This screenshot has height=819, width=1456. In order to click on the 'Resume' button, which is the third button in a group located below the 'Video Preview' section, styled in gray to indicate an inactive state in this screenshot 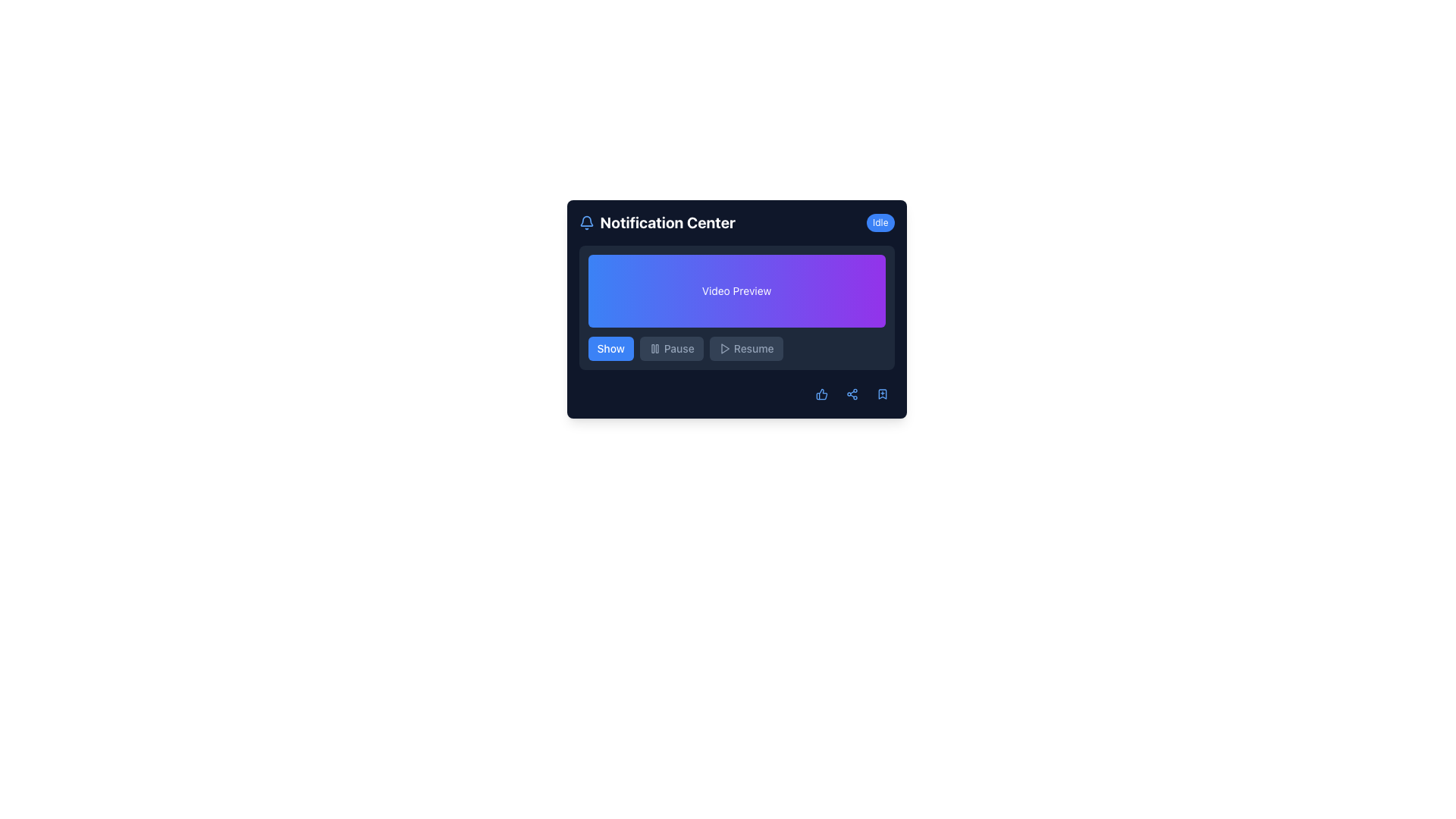, I will do `click(736, 348)`.